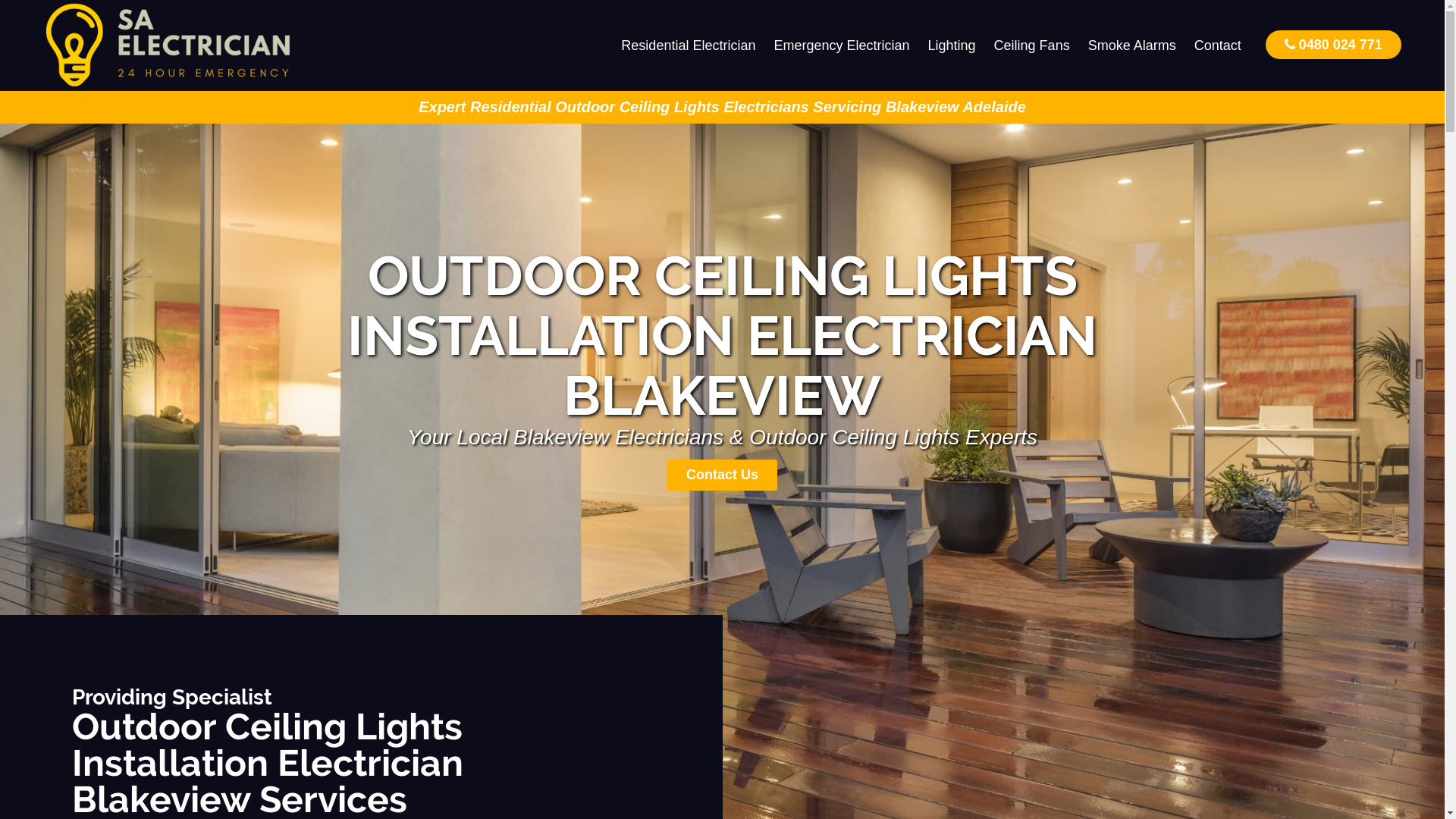  What do you see at coordinates (951, 45) in the screenshot?
I see `'Lighting'` at bounding box center [951, 45].